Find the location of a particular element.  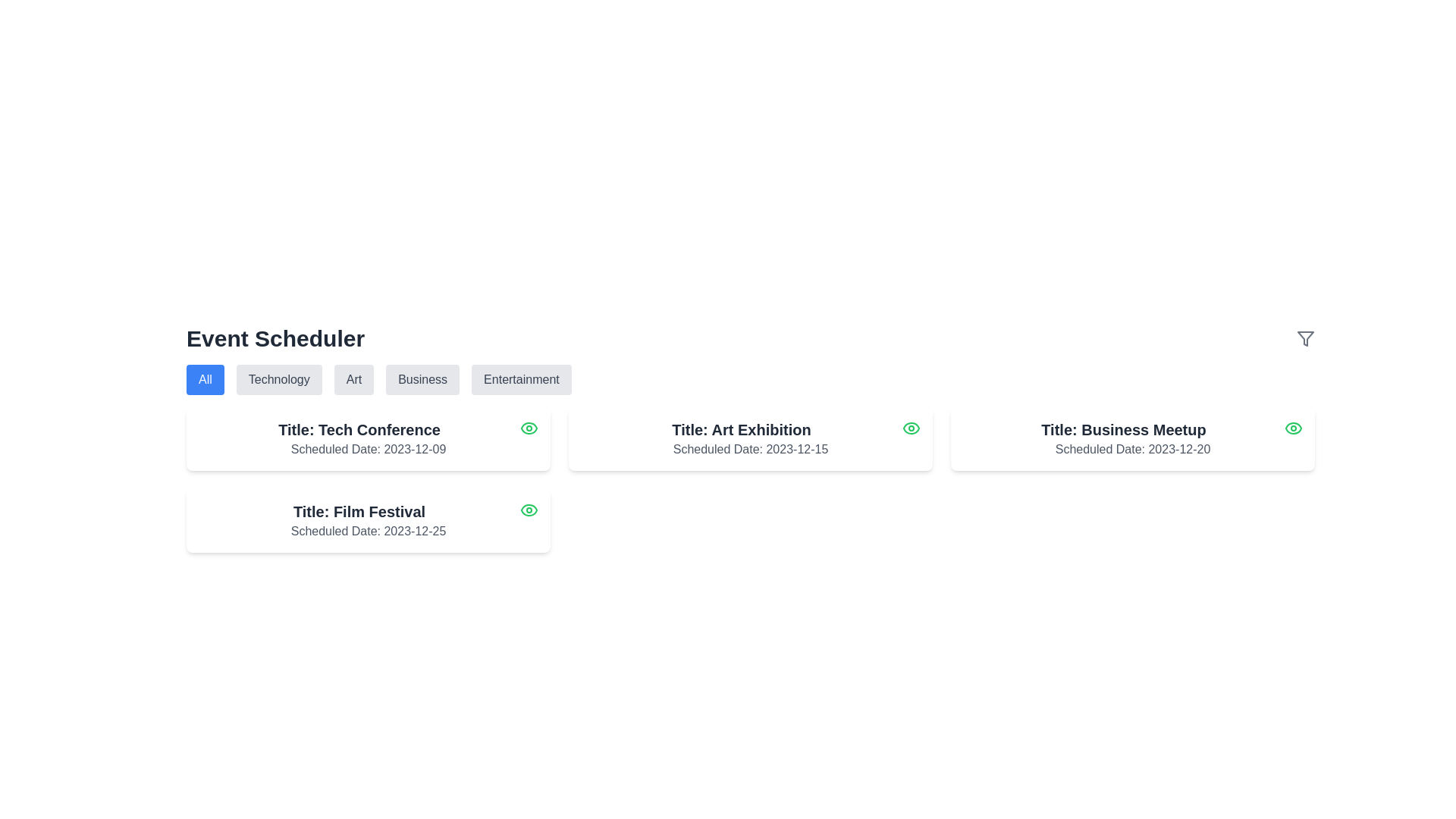

the 'Business' button, which is a rectangular button with rounded corners and dark gray text is located at coordinates (422, 379).